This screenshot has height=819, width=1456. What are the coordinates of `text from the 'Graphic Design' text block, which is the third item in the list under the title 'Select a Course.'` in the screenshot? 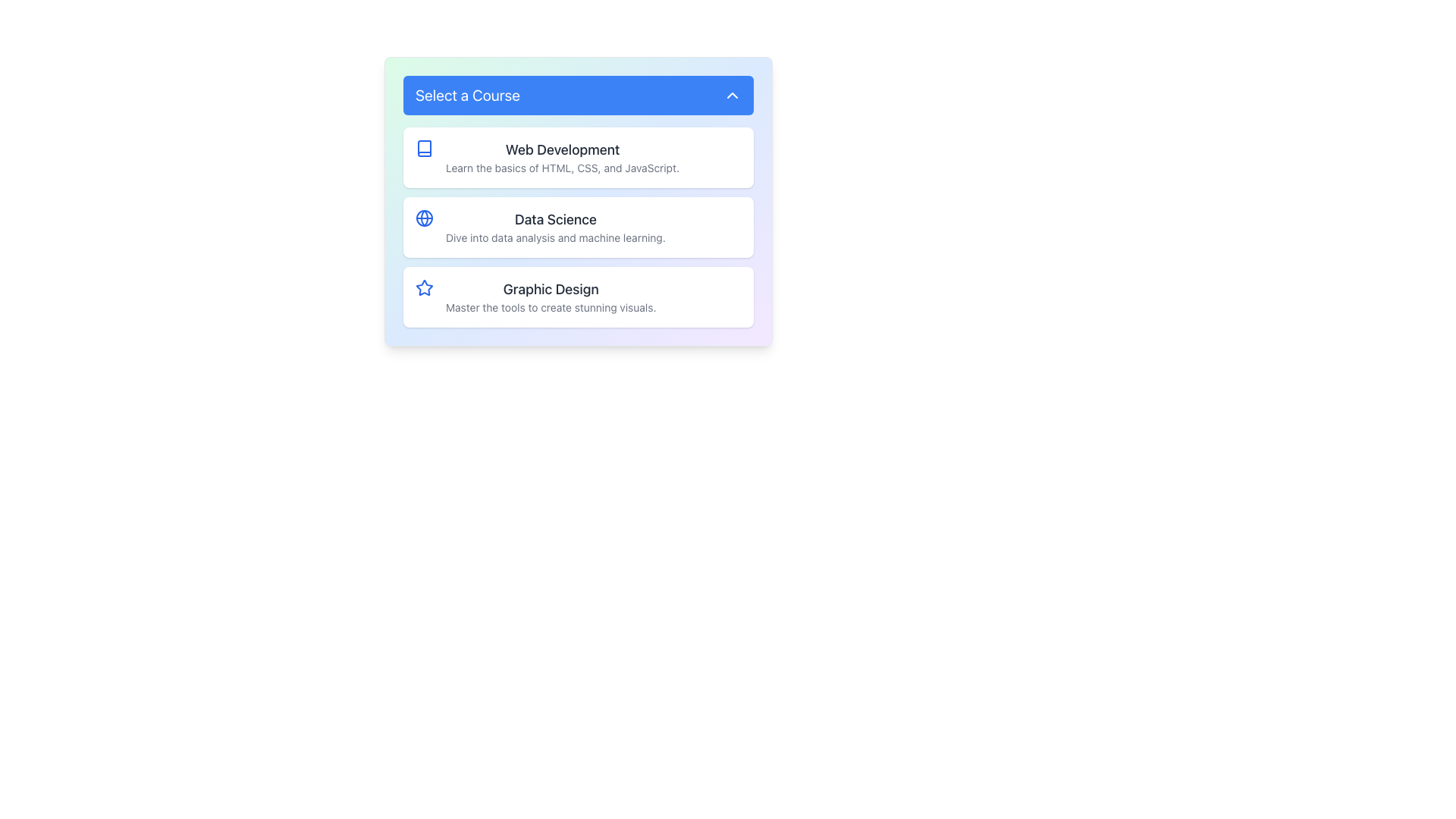 It's located at (550, 297).